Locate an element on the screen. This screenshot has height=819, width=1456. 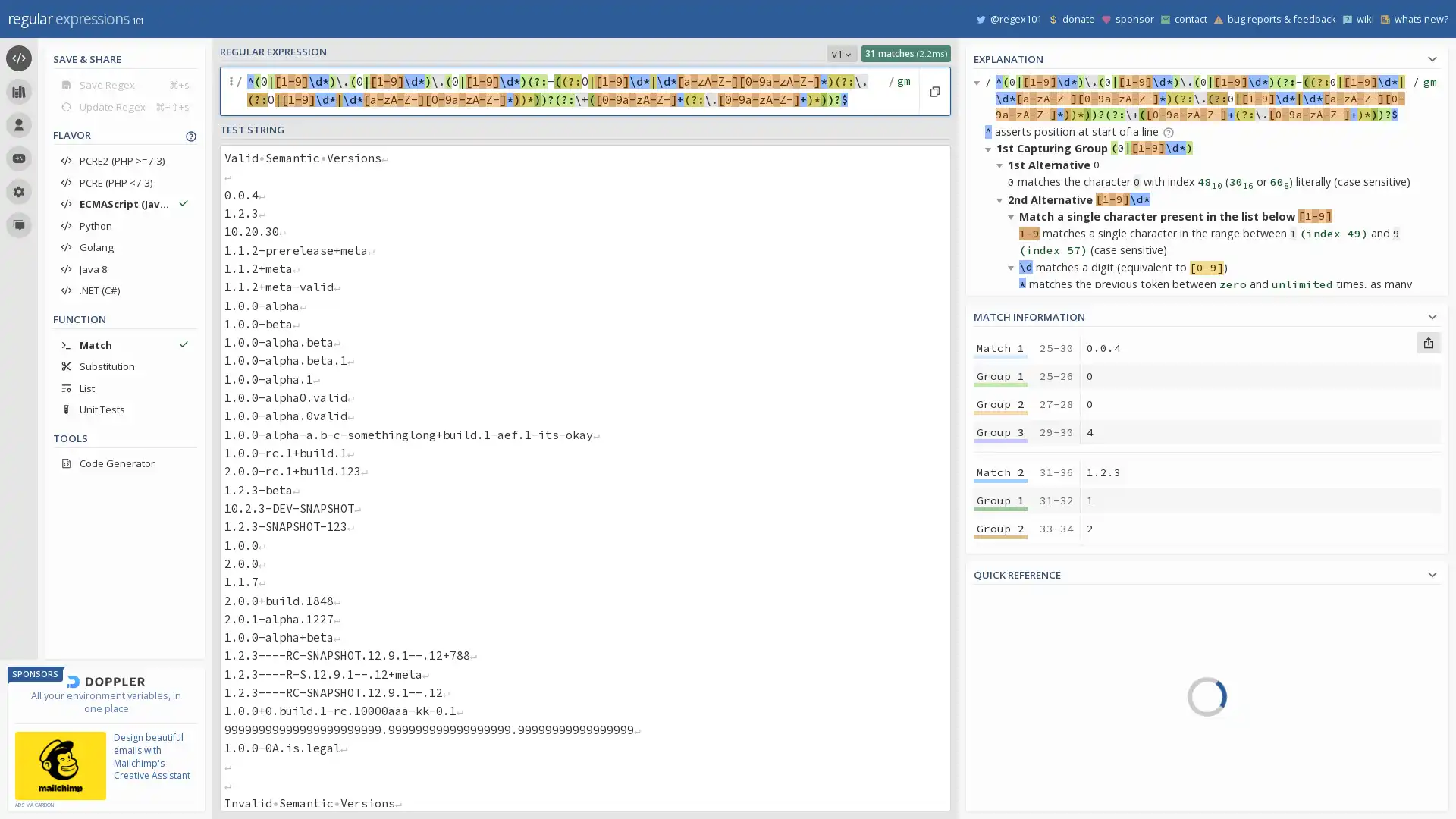
A character in the range: a-z or A-Z [a-zA-Z] is located at coordinates (1282, 687).